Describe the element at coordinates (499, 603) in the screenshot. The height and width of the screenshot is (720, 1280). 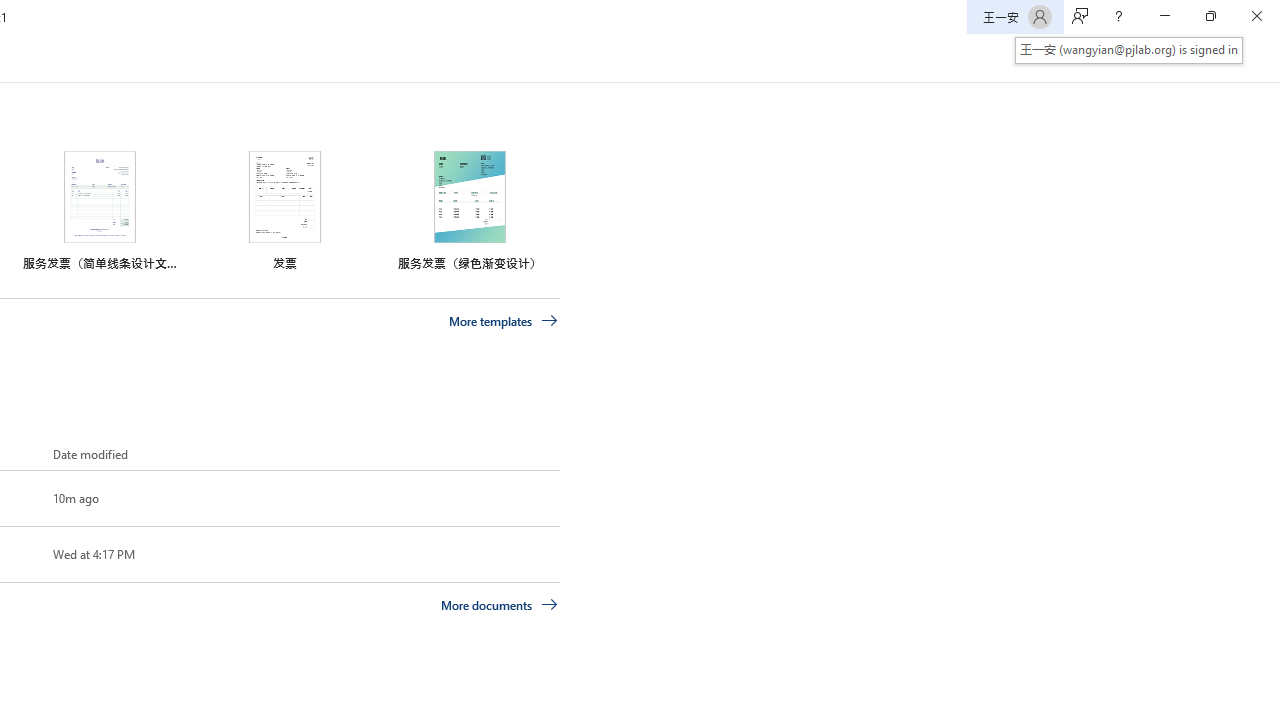
I see `'More documents'` at that location.